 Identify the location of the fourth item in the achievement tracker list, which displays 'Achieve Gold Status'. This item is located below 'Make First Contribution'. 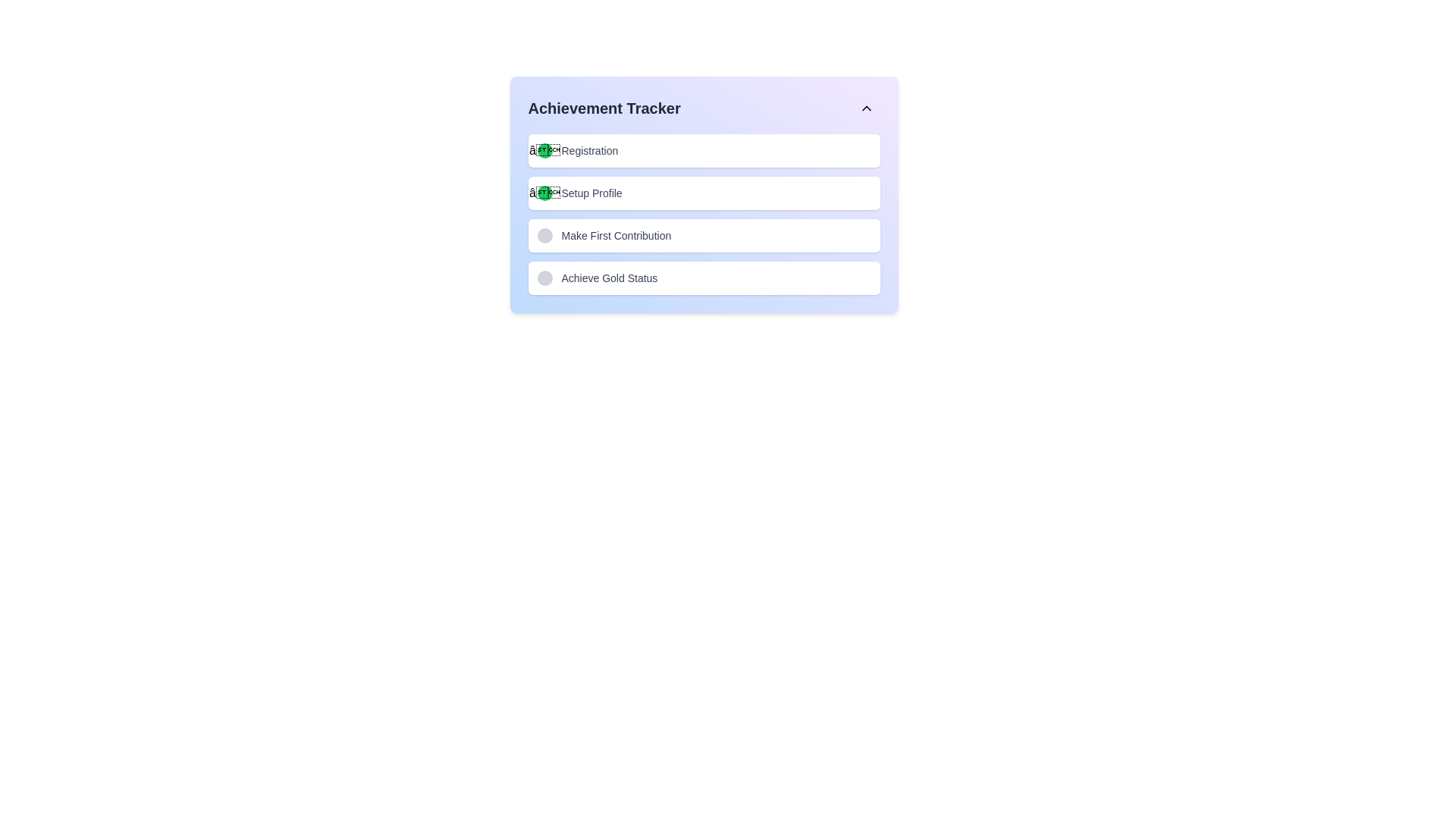
(703, 278).